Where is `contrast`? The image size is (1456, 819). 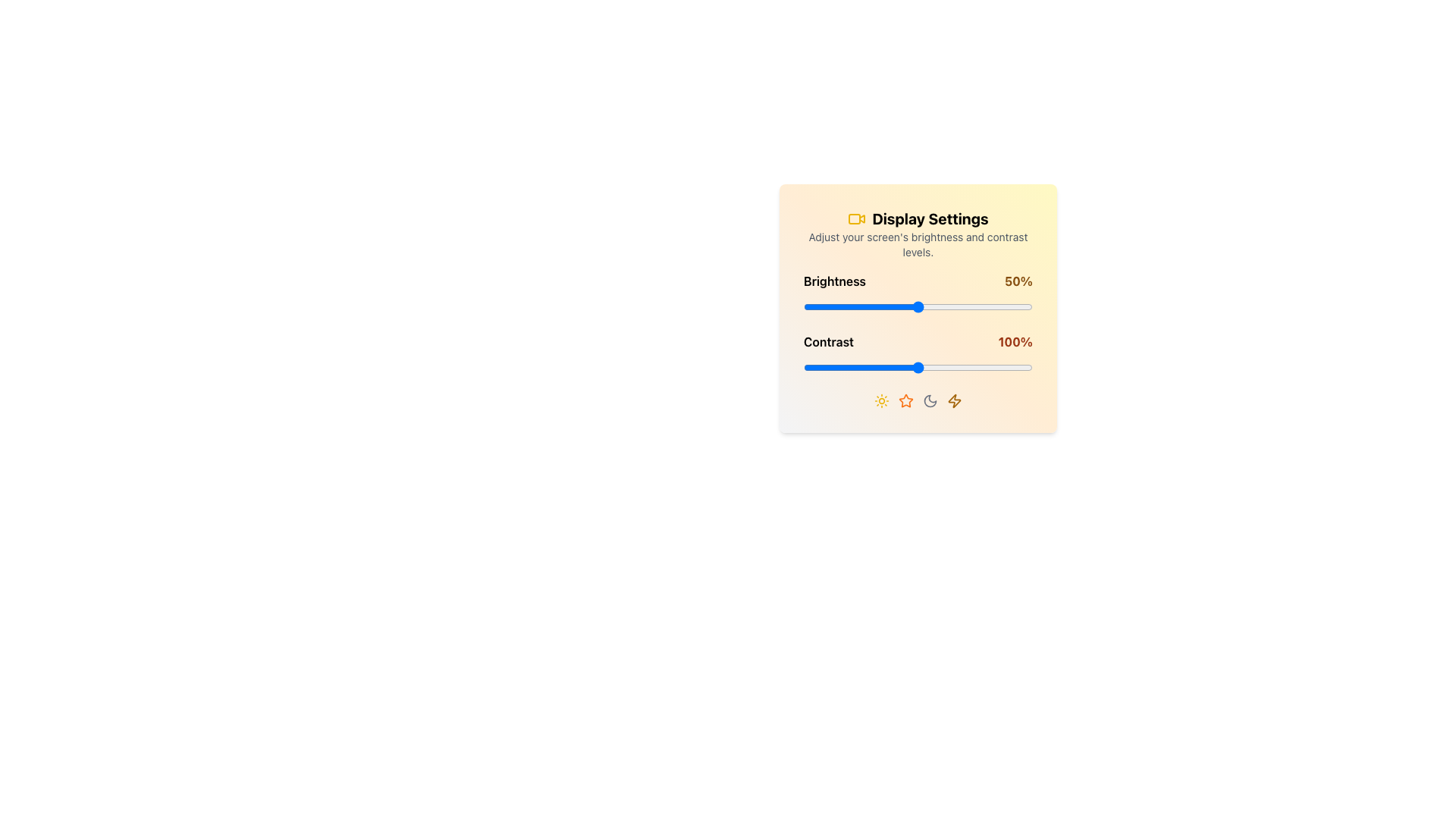 contrast is located at coordinates (837, 368).